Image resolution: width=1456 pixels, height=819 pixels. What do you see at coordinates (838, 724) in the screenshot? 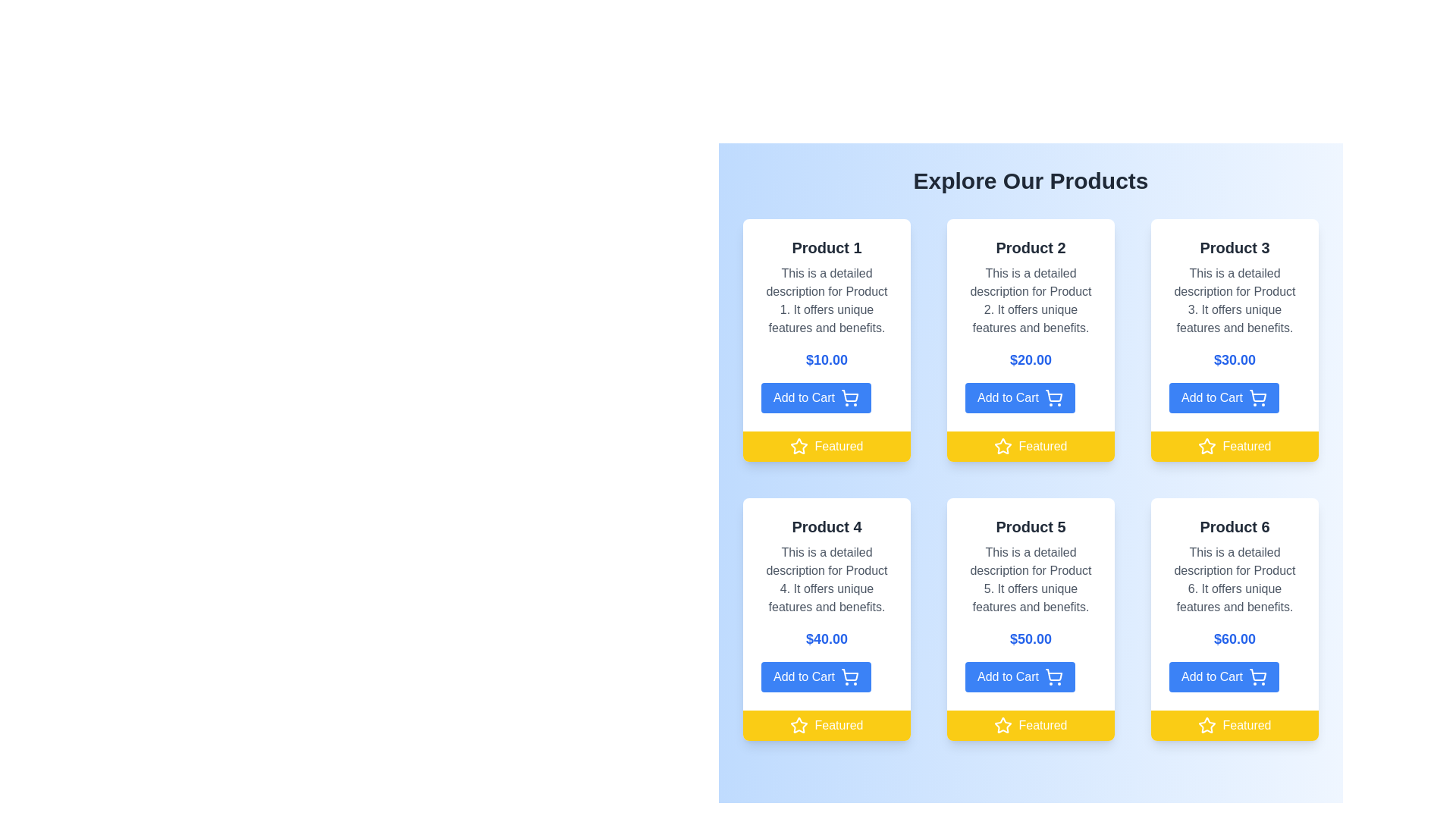
I see `the 'Featured' text label displayed in white font on a vivid yellow rectangular background at the bottom section of the Product 4 card` at bounding box center [838, 724].